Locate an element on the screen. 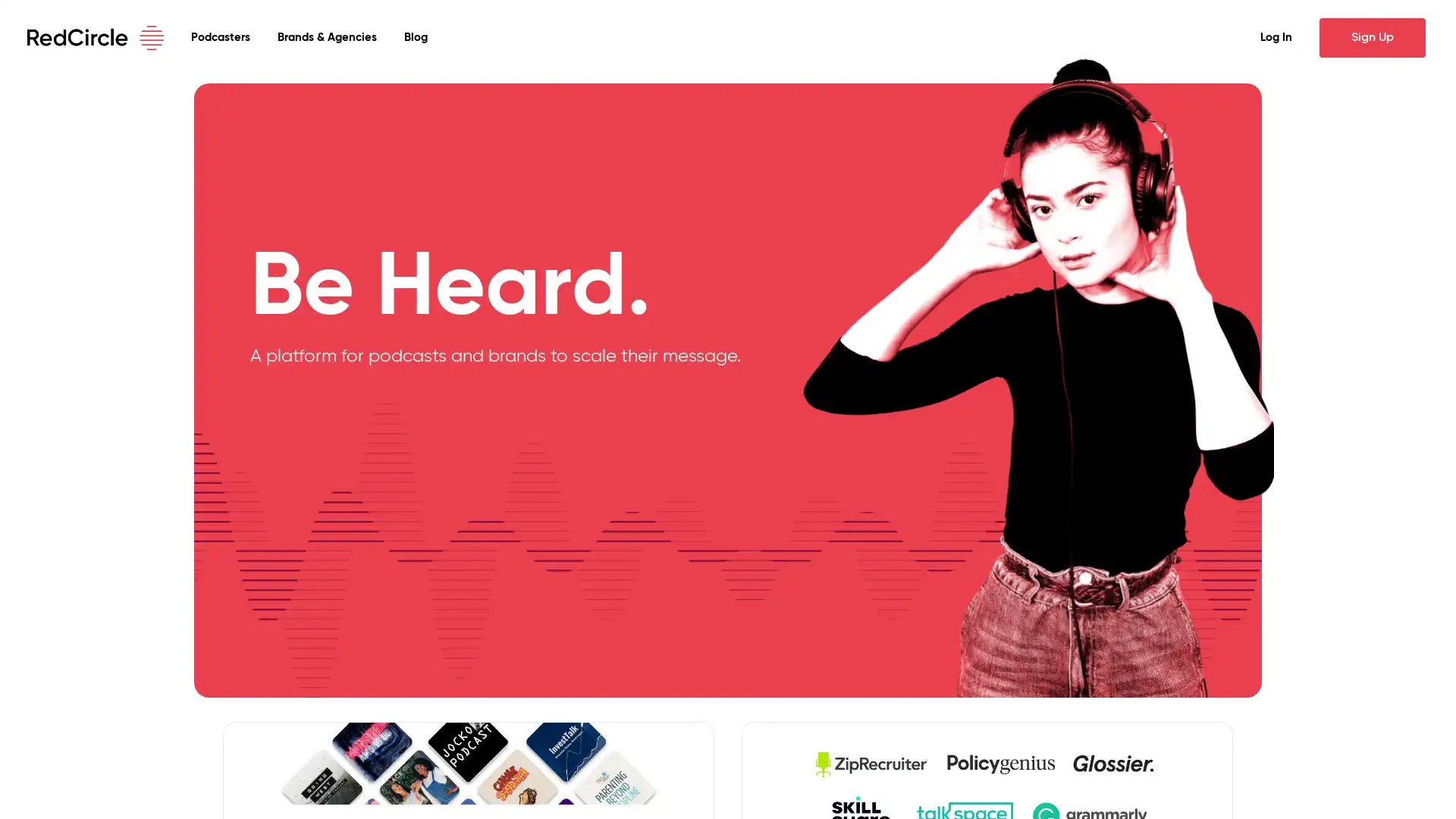 The height and width of the screenshot is (819, 1456). Sign Up is located at coordinates (1372, 37).